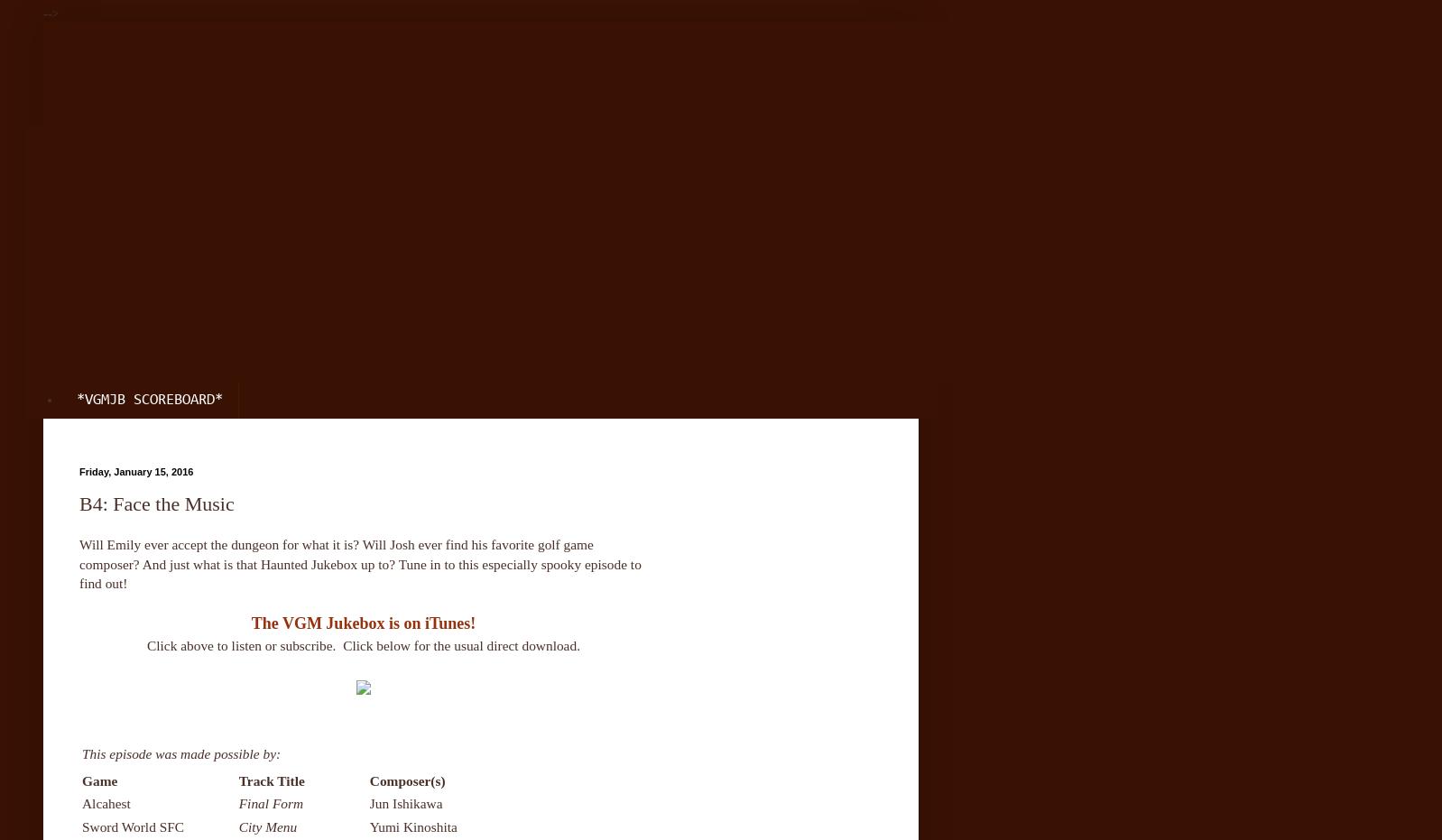 The width and height of the screenshot is (1442, 840). I want to click on 'Patreon', so click(76, 253).